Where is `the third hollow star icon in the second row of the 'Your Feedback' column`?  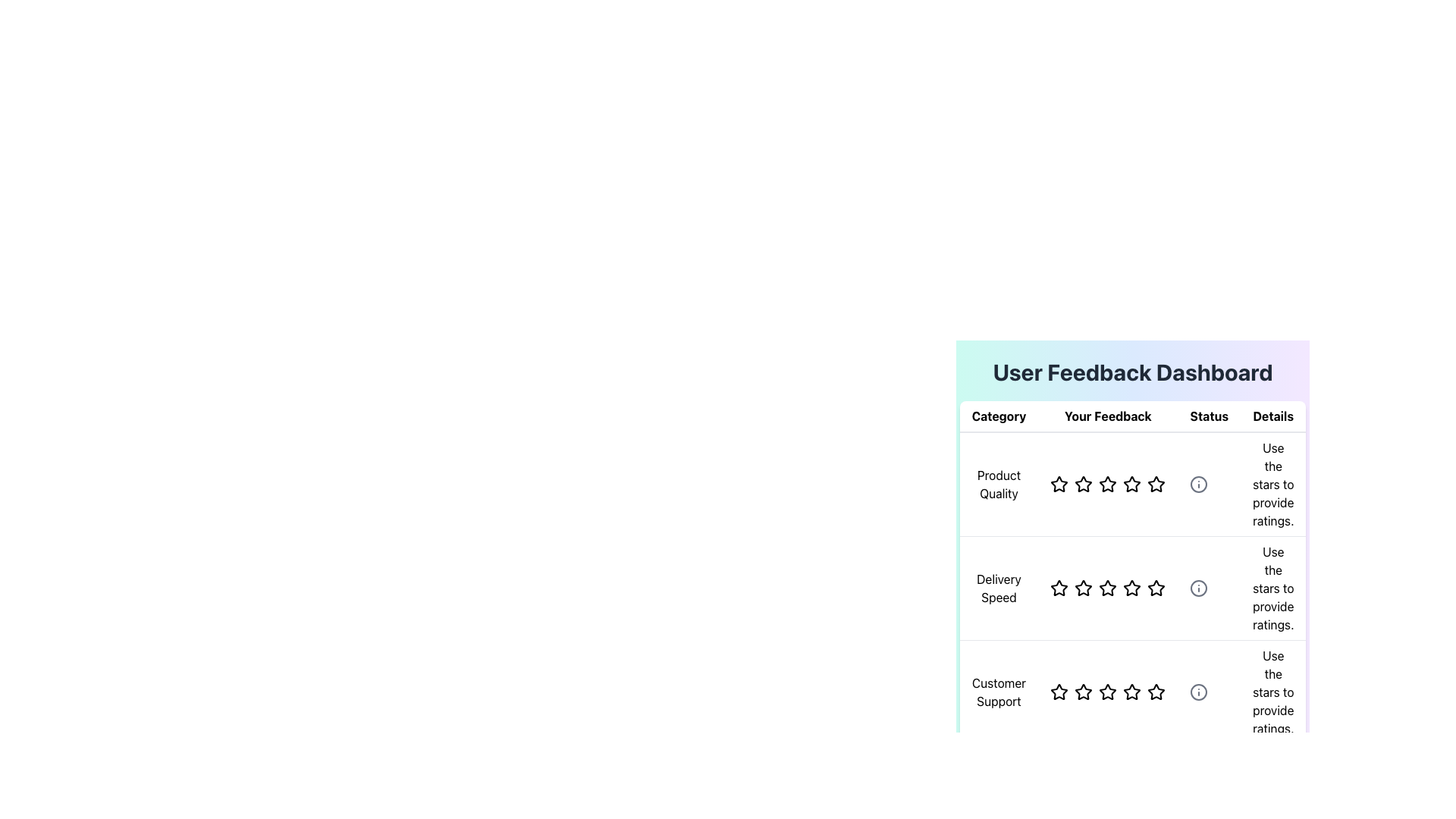 the third hollow star icon in the second row of the 'Your Feedback' column is located at coordinates (1083, 587).